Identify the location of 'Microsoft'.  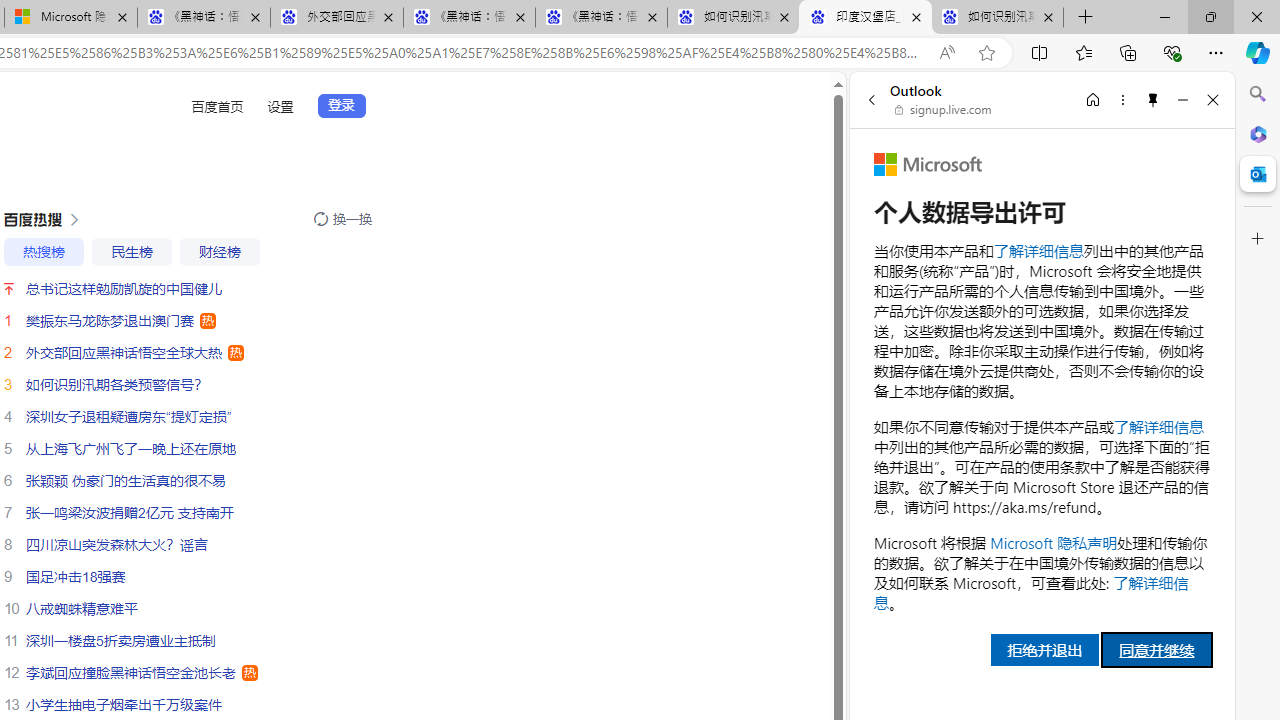
(927, 163).